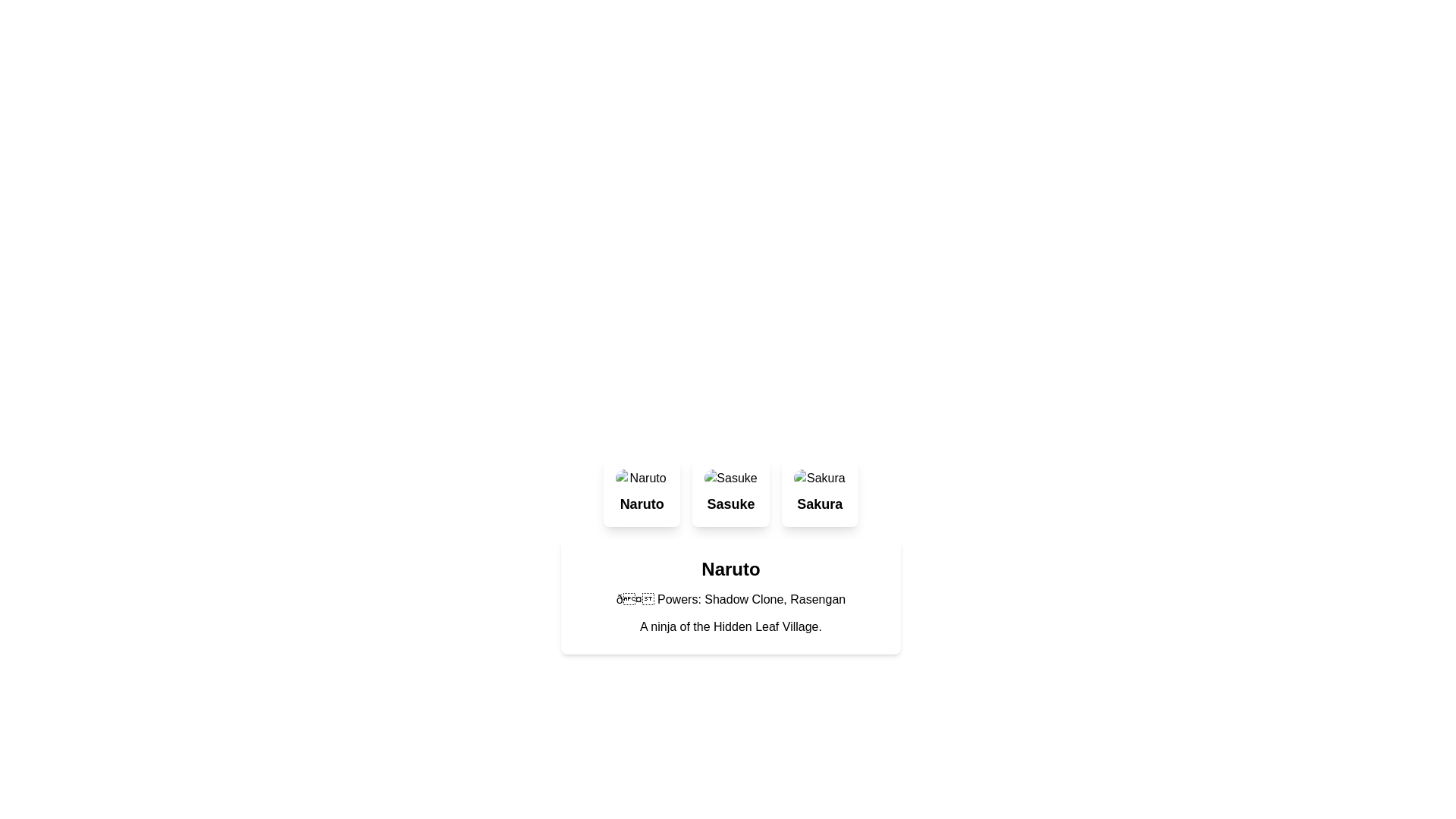  Describe the element at coordinates (819, 479) in the screenshot. I see `the decorative image representing the character 'Sakura', located in the rightmost card of a row of three similar cards` at that location.